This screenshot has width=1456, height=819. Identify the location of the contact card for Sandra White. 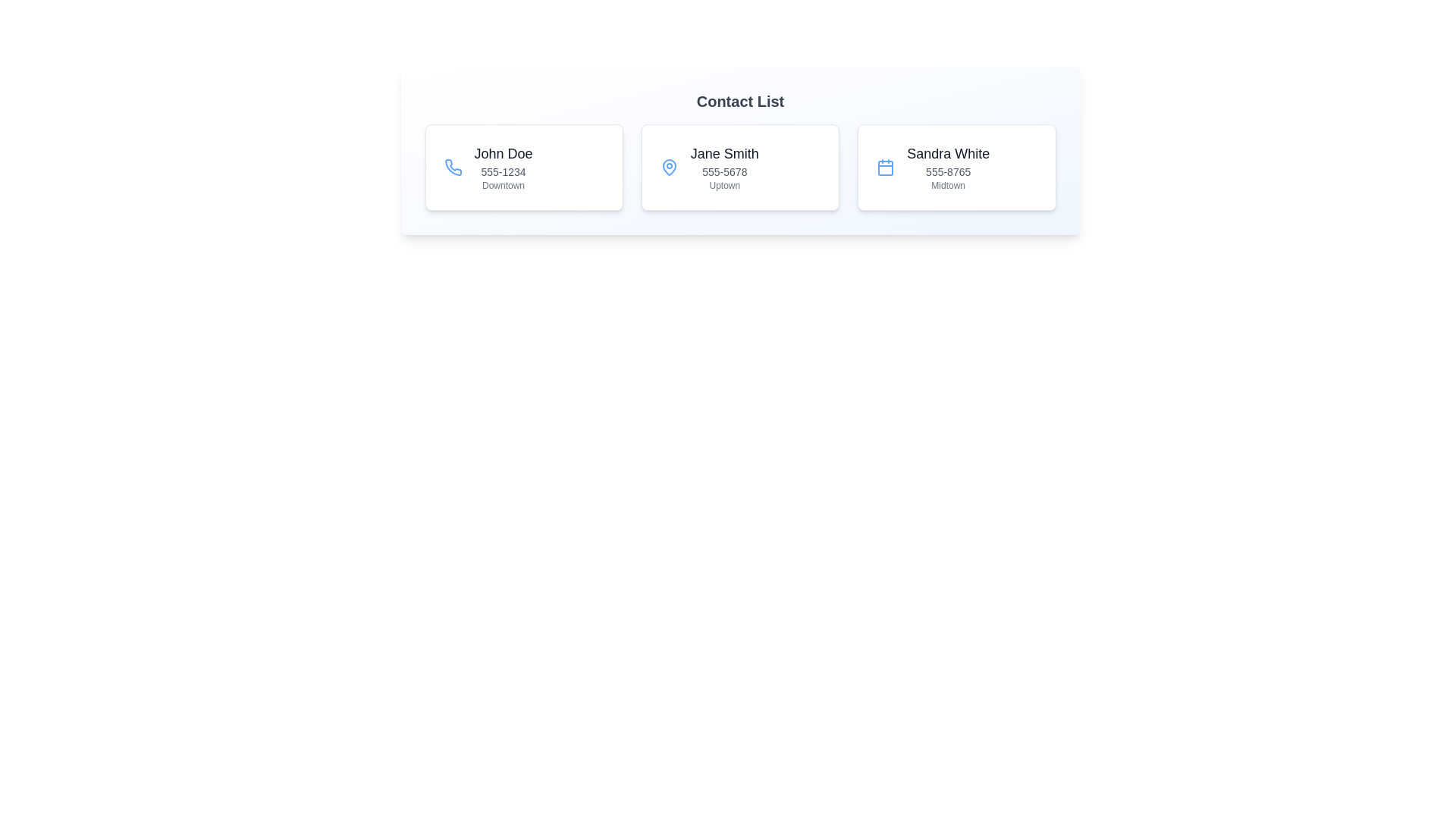
(956, 167).